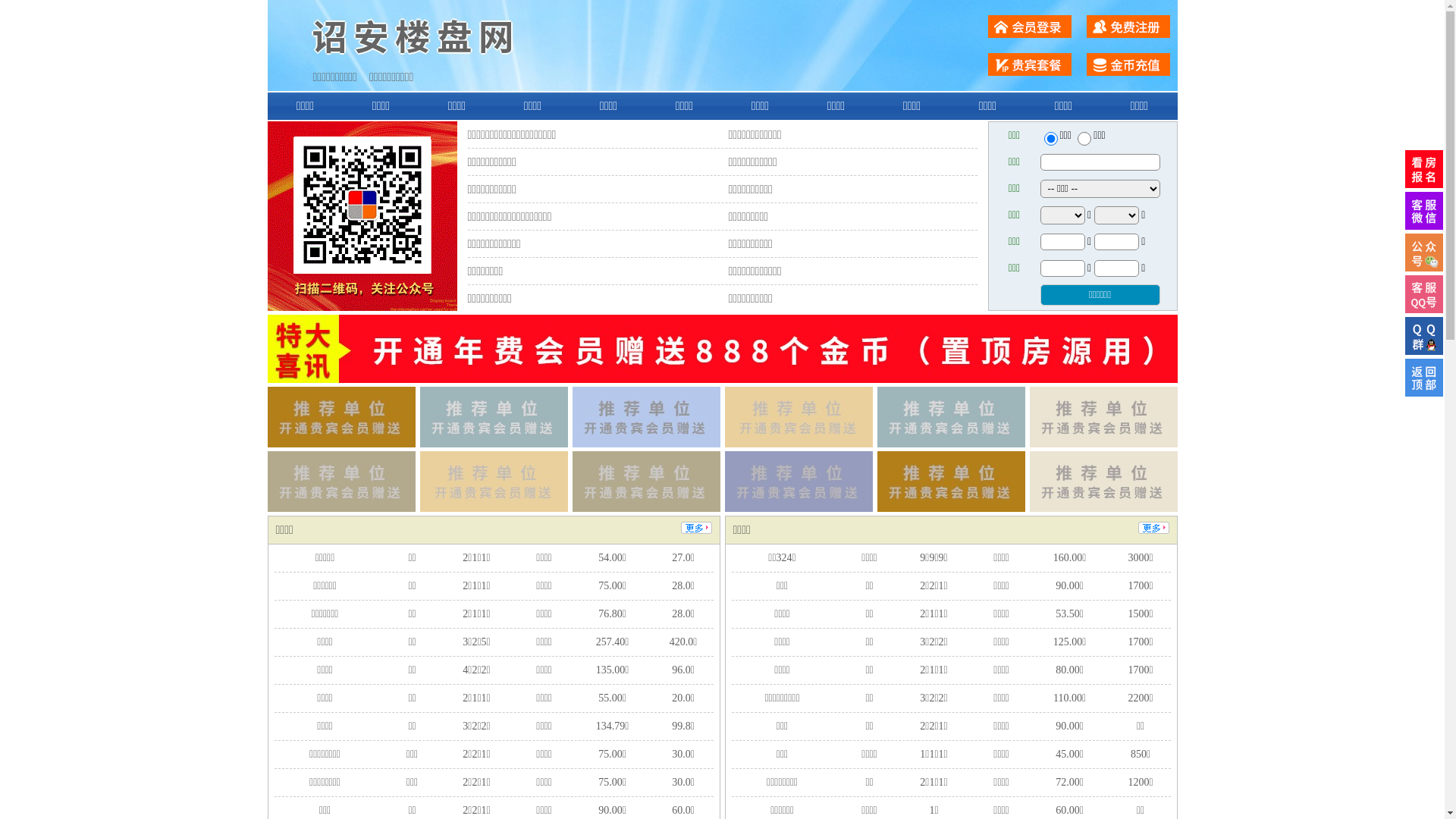 The width and height of the screenshot is (1456, 819). Describe the element at coordinates (1050, 138) in the screenshot. I see `'ershou'` at that location.